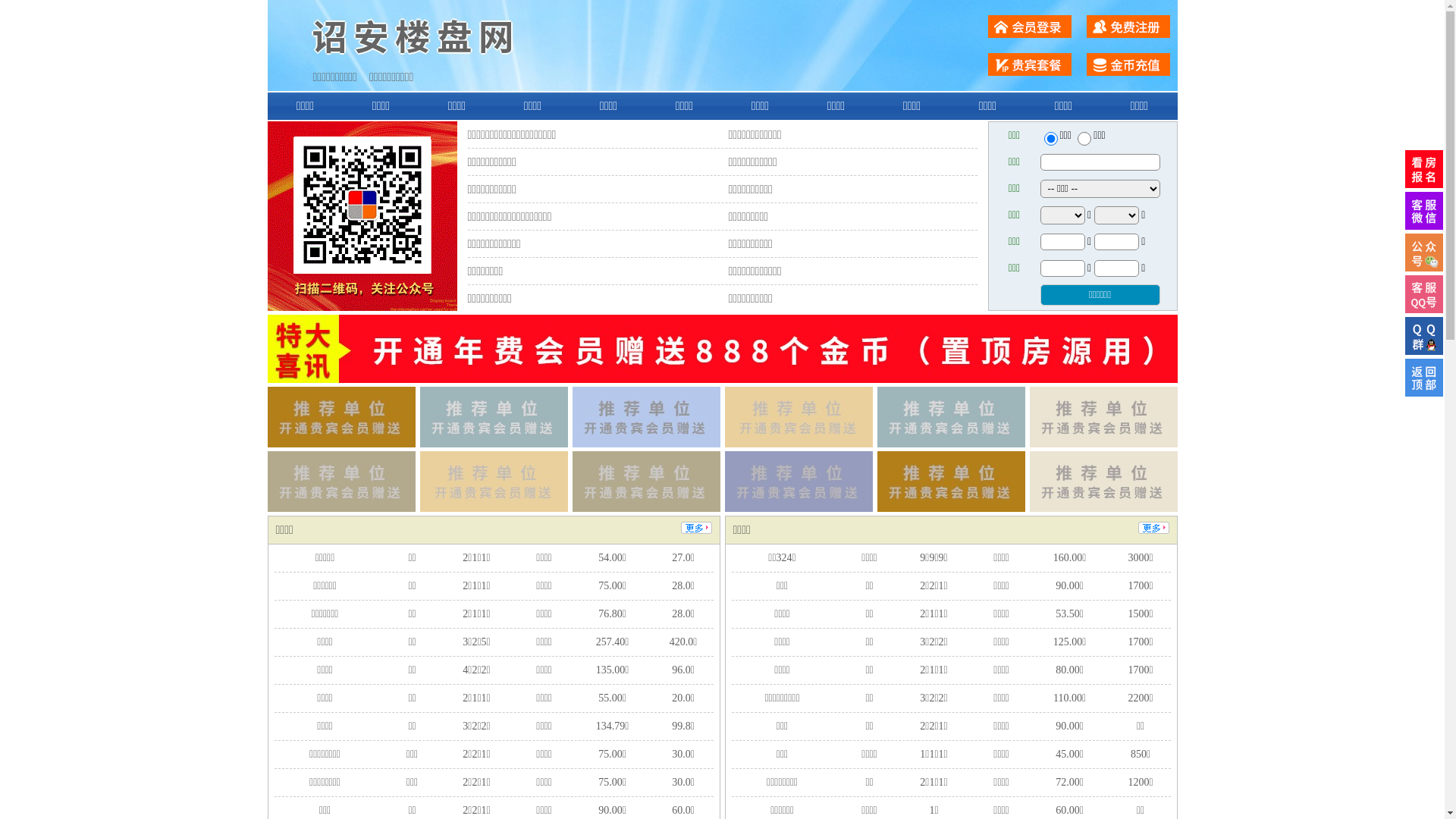 The width and height of the screenshot is (1456, 819). Describe the element at coordinates (1050, 138) in the screenshot. I see `'ershou'` at that location.